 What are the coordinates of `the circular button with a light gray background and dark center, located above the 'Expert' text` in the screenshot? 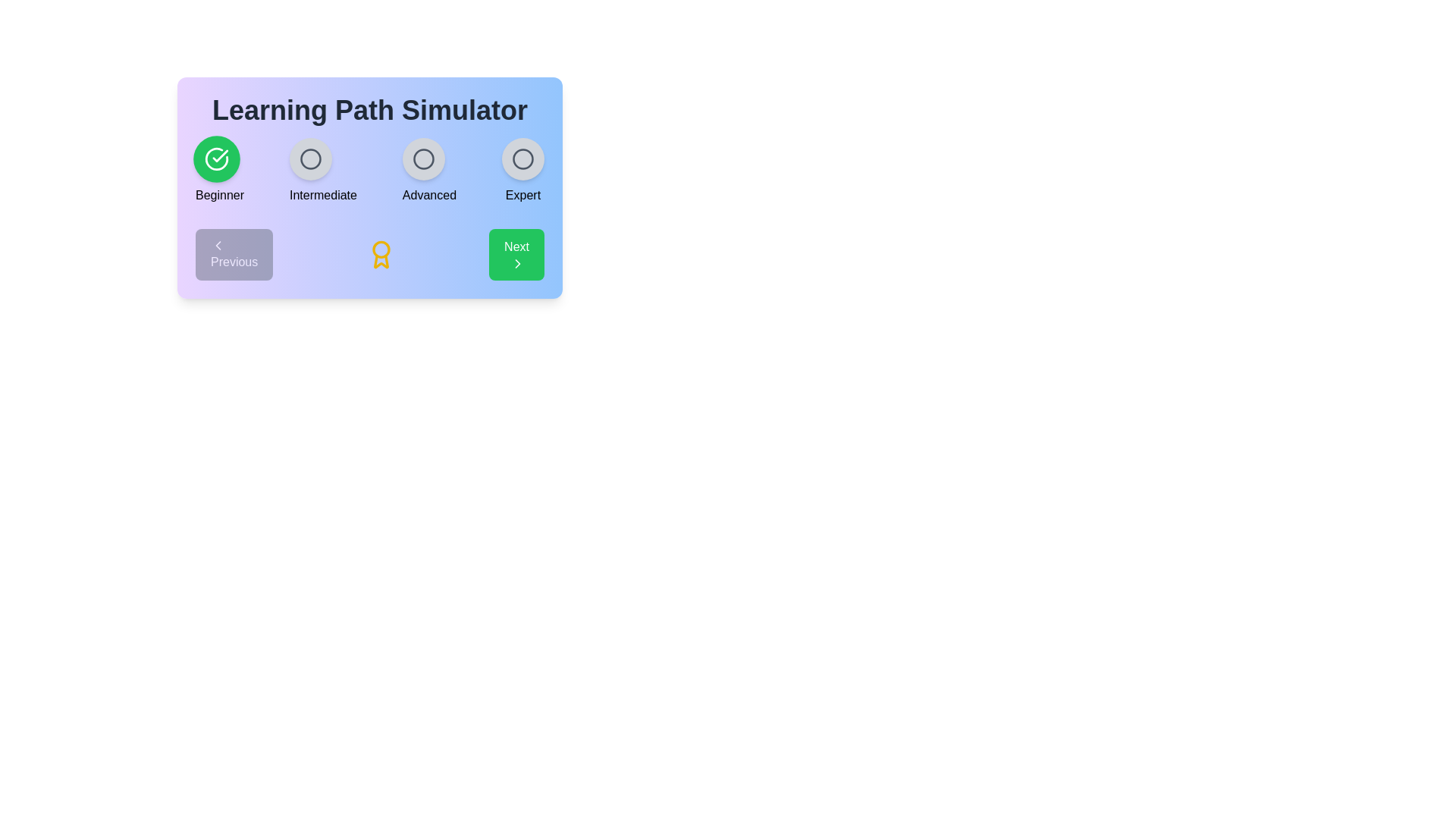 It's located at (523, 158).